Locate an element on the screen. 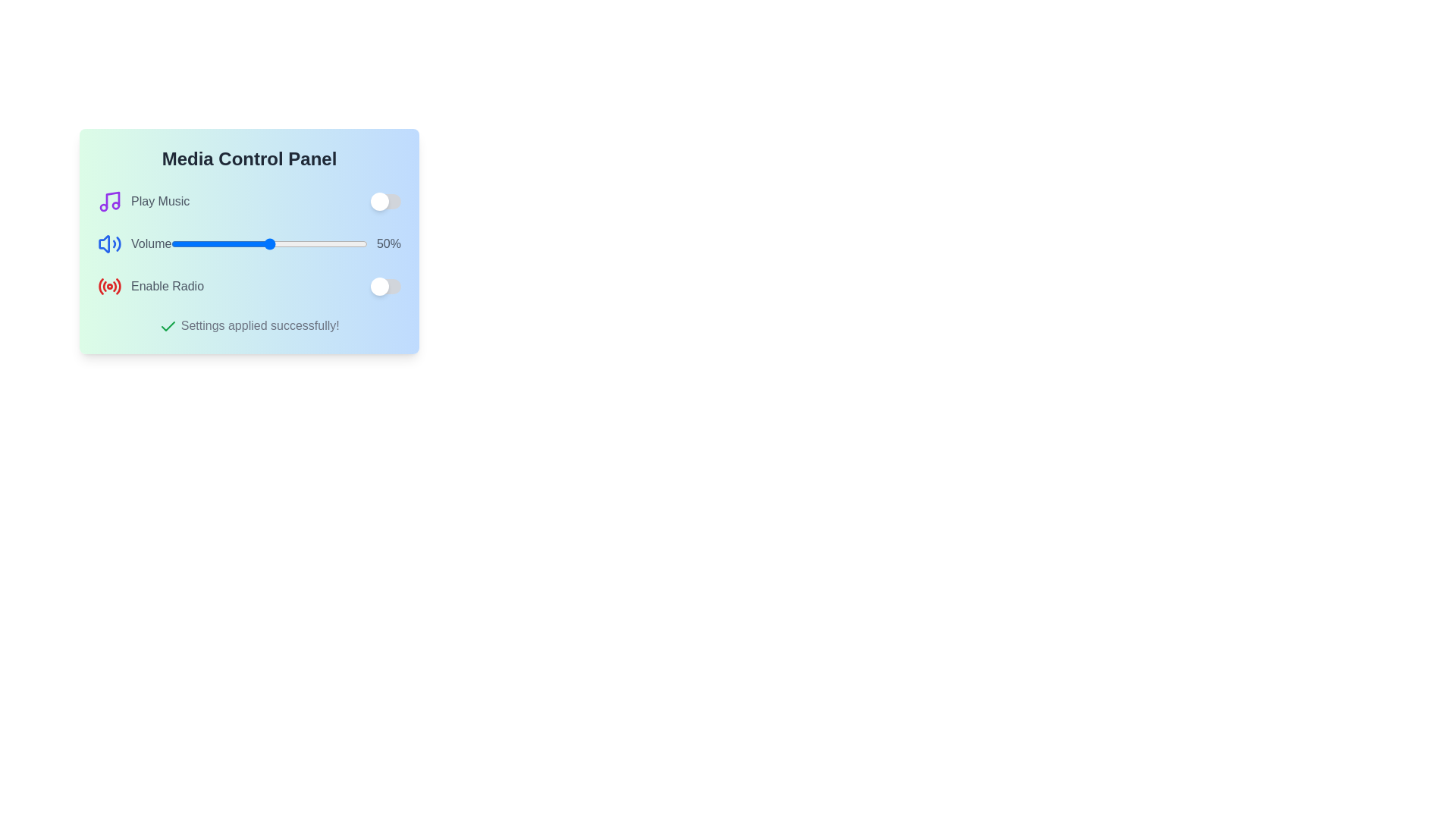  the volume slider is located at coordinates (331, 243).